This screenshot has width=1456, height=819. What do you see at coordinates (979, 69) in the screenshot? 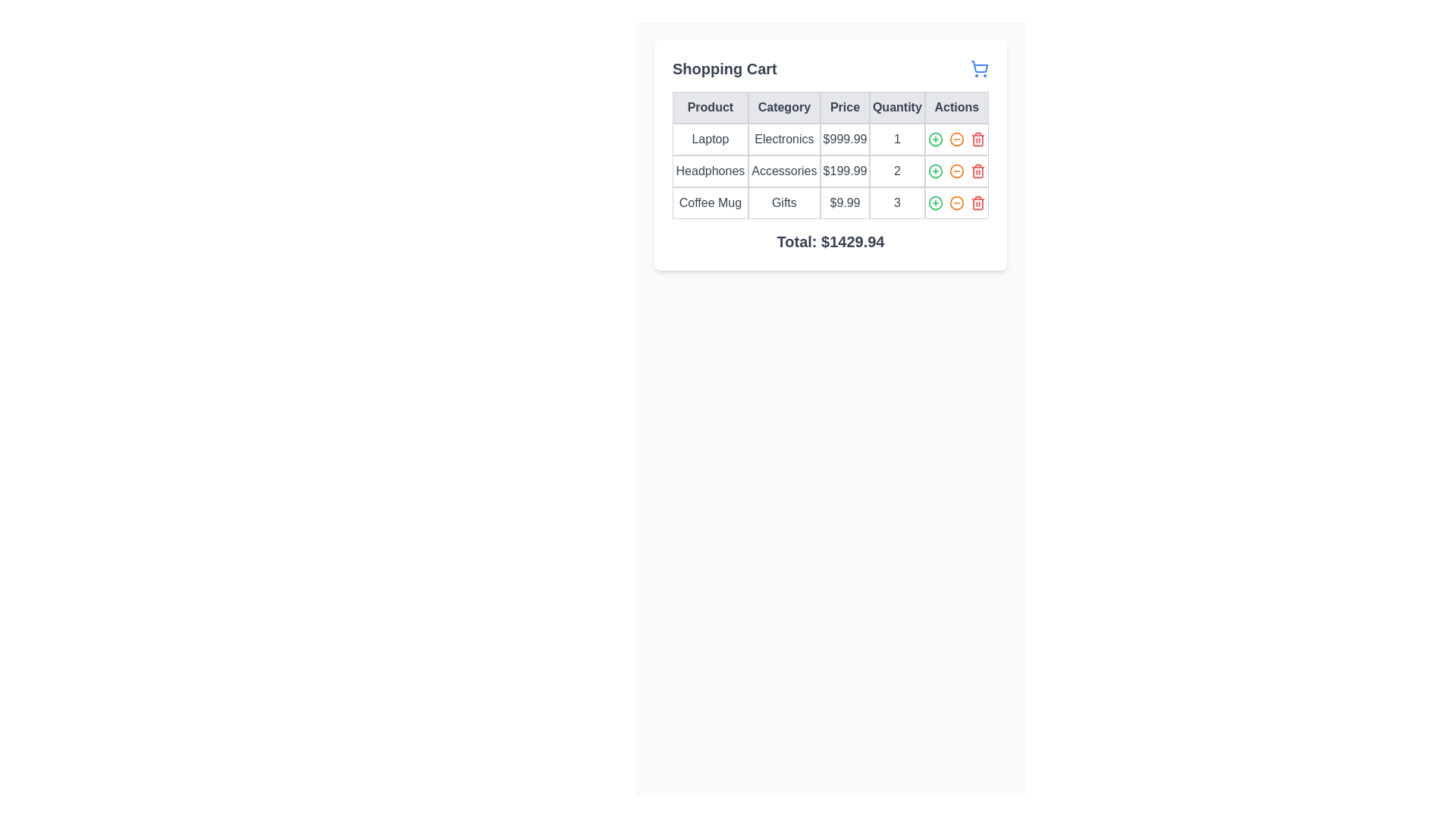
I see `the blue shopping cart icon located to the right of the 'Shopping Cart' text in the top-right corner of the shopping cart section` at bounding box center [979, 69].